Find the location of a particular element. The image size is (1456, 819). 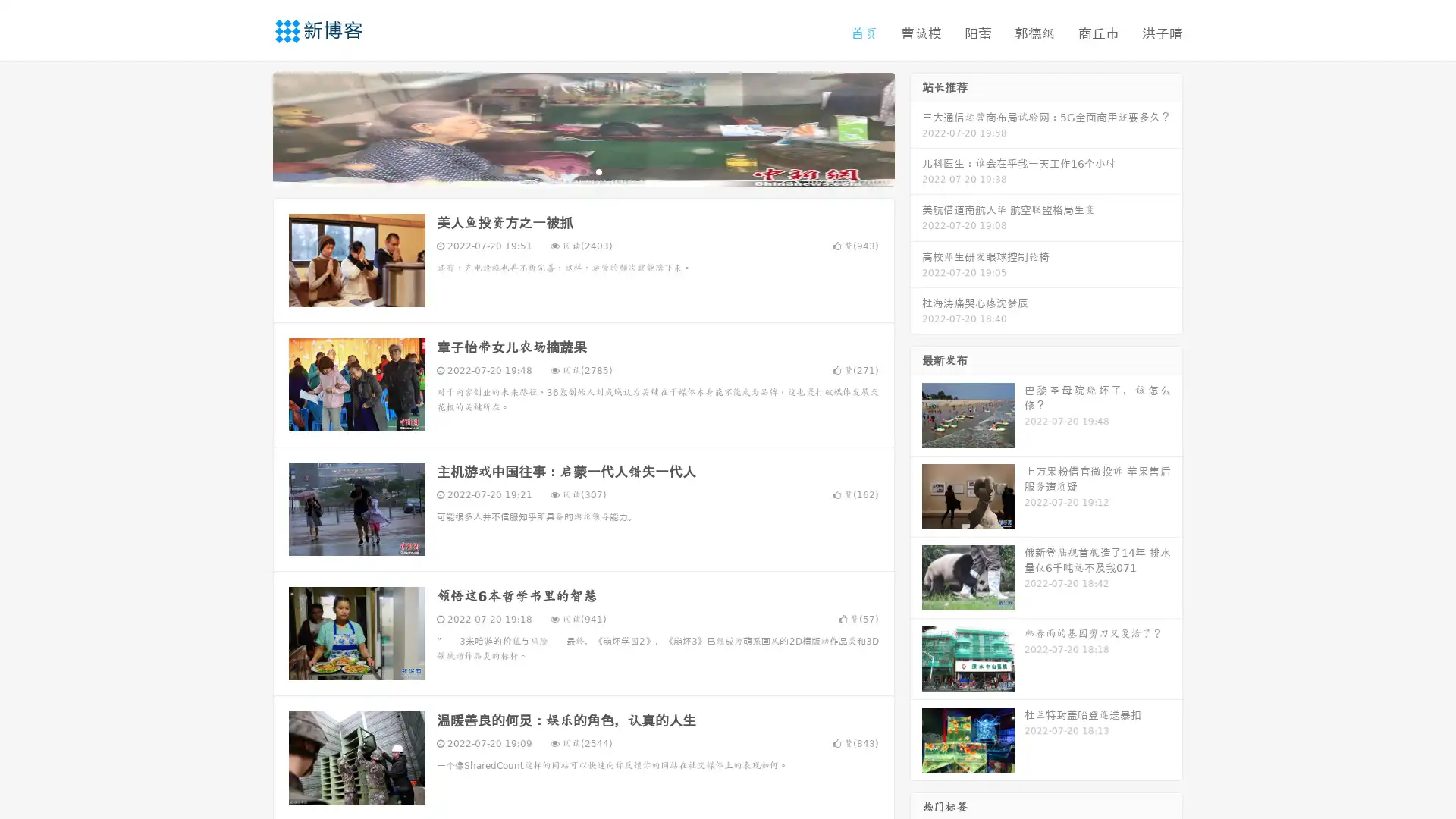

Go to slide 2 is located at coordinates (582, 171).